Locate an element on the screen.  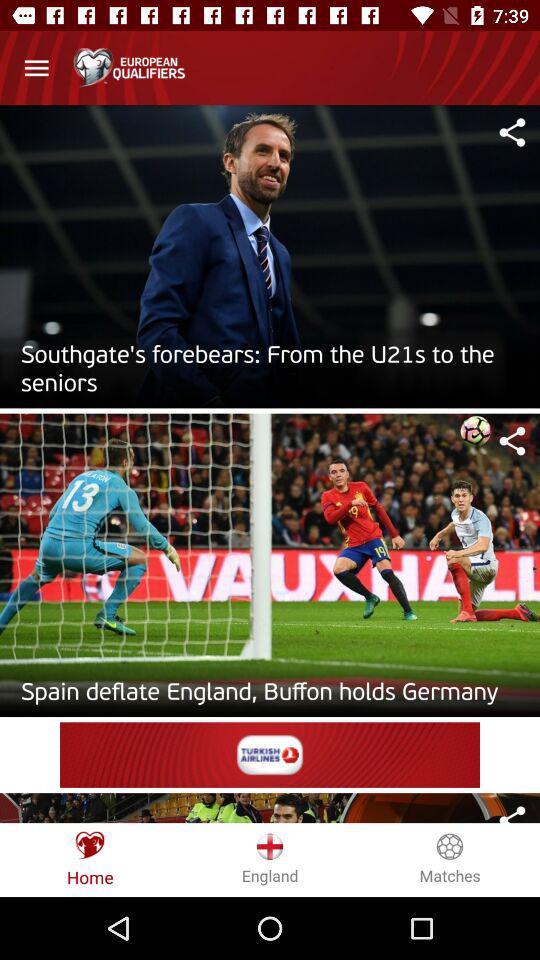
share the article is located at coordinates (512, 813).